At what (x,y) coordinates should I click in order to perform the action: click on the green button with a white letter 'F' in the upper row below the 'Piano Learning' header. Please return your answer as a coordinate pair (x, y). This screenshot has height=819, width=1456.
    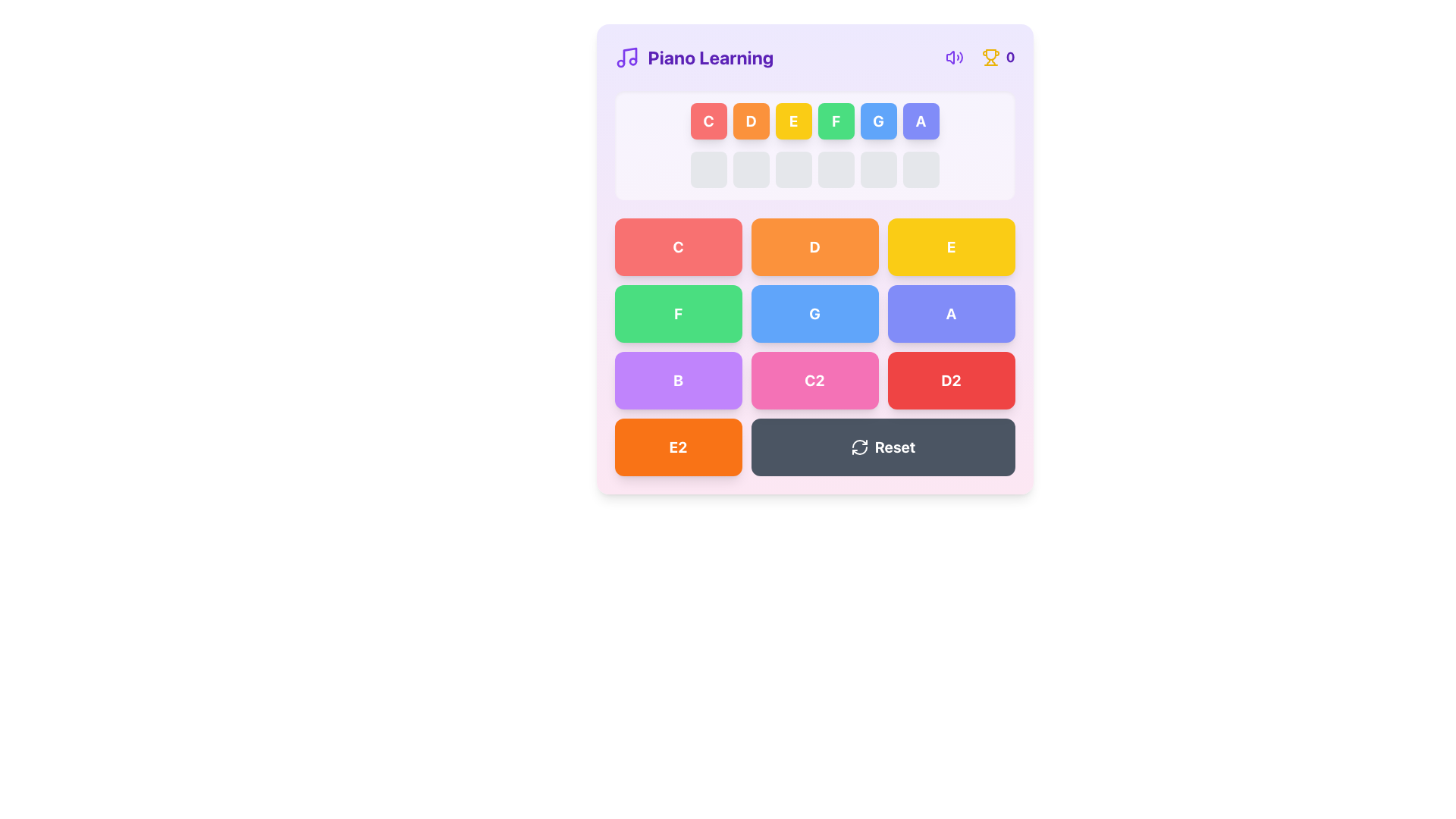
    Looking at the image, I should click on (835, 120).